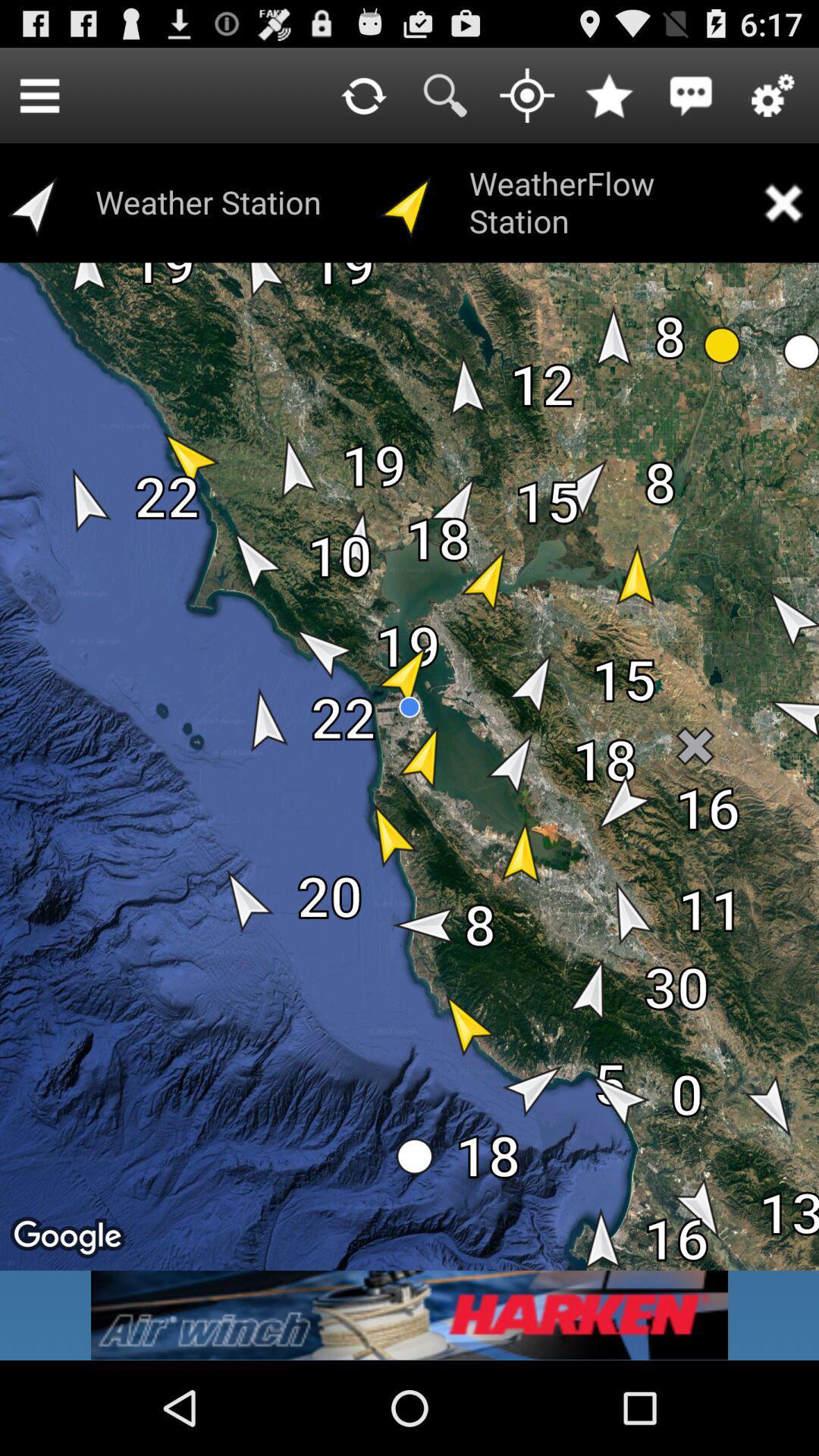 The height and width of the screenshot is (1456, 819). I want to click on icon to the left of the weather station icon, so click(39, 94).